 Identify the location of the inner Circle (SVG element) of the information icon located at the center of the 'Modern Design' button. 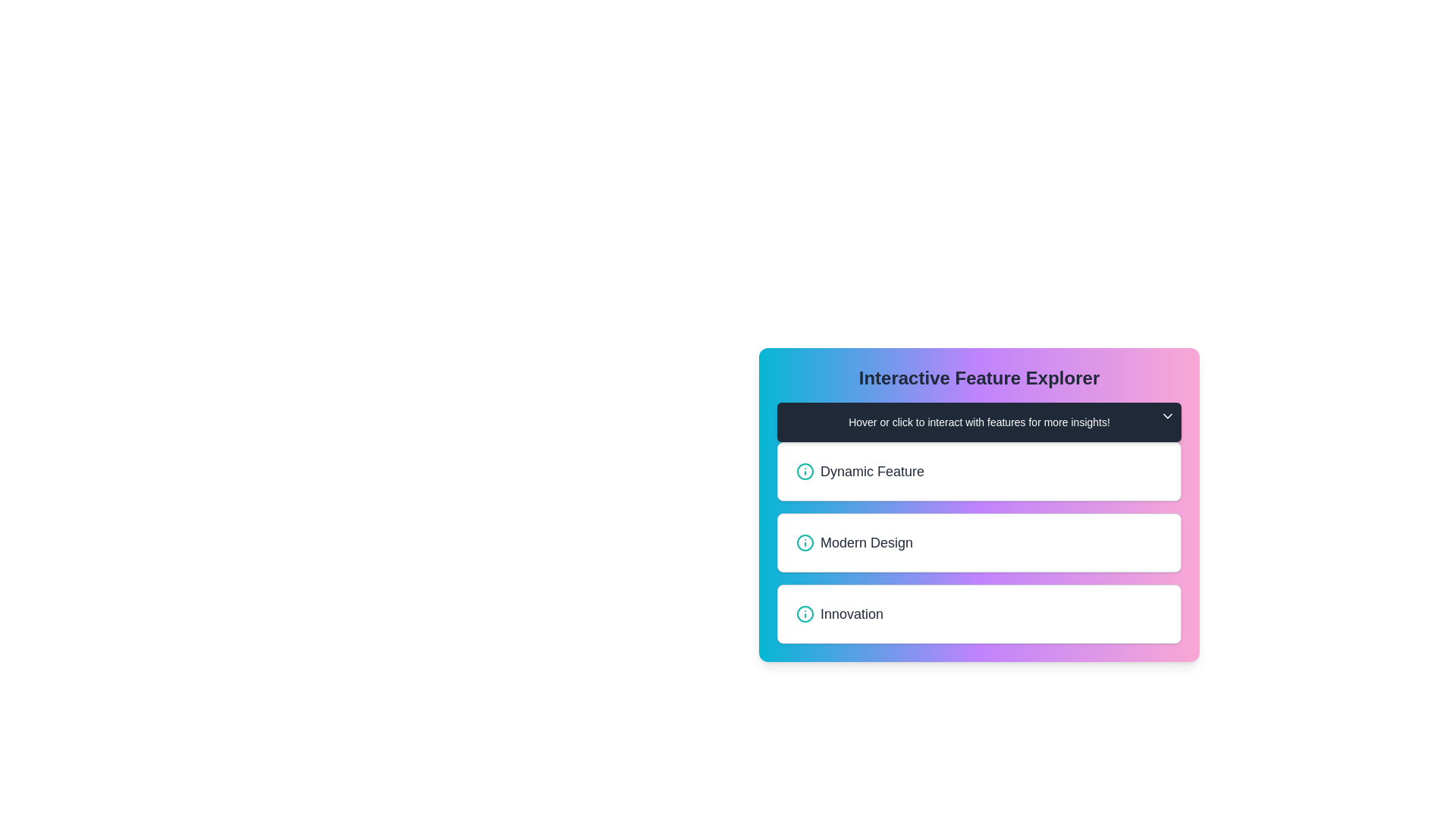
(804, 542).